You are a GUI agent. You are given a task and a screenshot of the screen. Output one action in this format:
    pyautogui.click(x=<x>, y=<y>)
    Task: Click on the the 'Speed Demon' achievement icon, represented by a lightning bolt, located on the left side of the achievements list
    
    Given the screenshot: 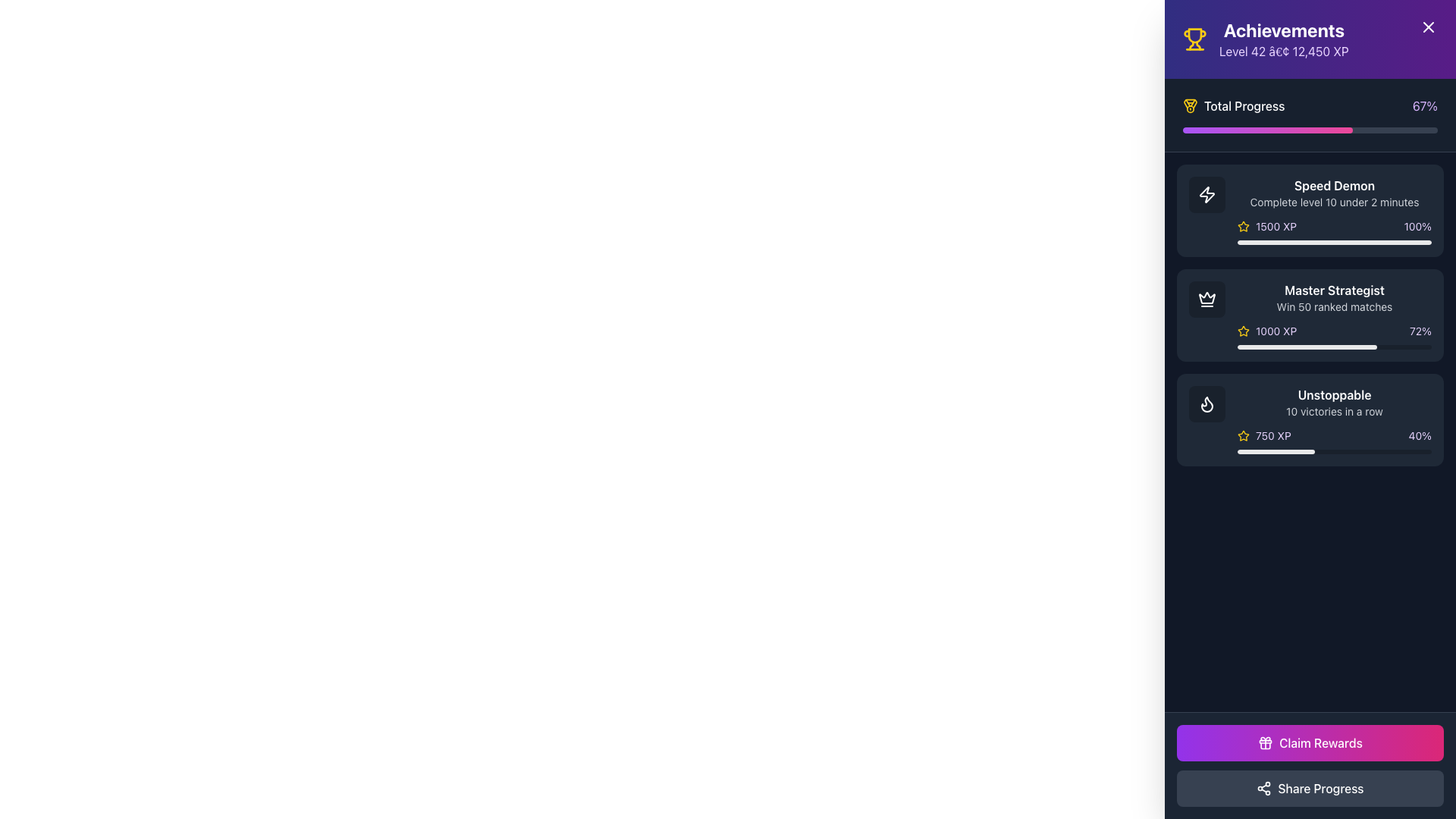 What is the action you would take?
    pyautogui.click(x=1207, y=194)
    